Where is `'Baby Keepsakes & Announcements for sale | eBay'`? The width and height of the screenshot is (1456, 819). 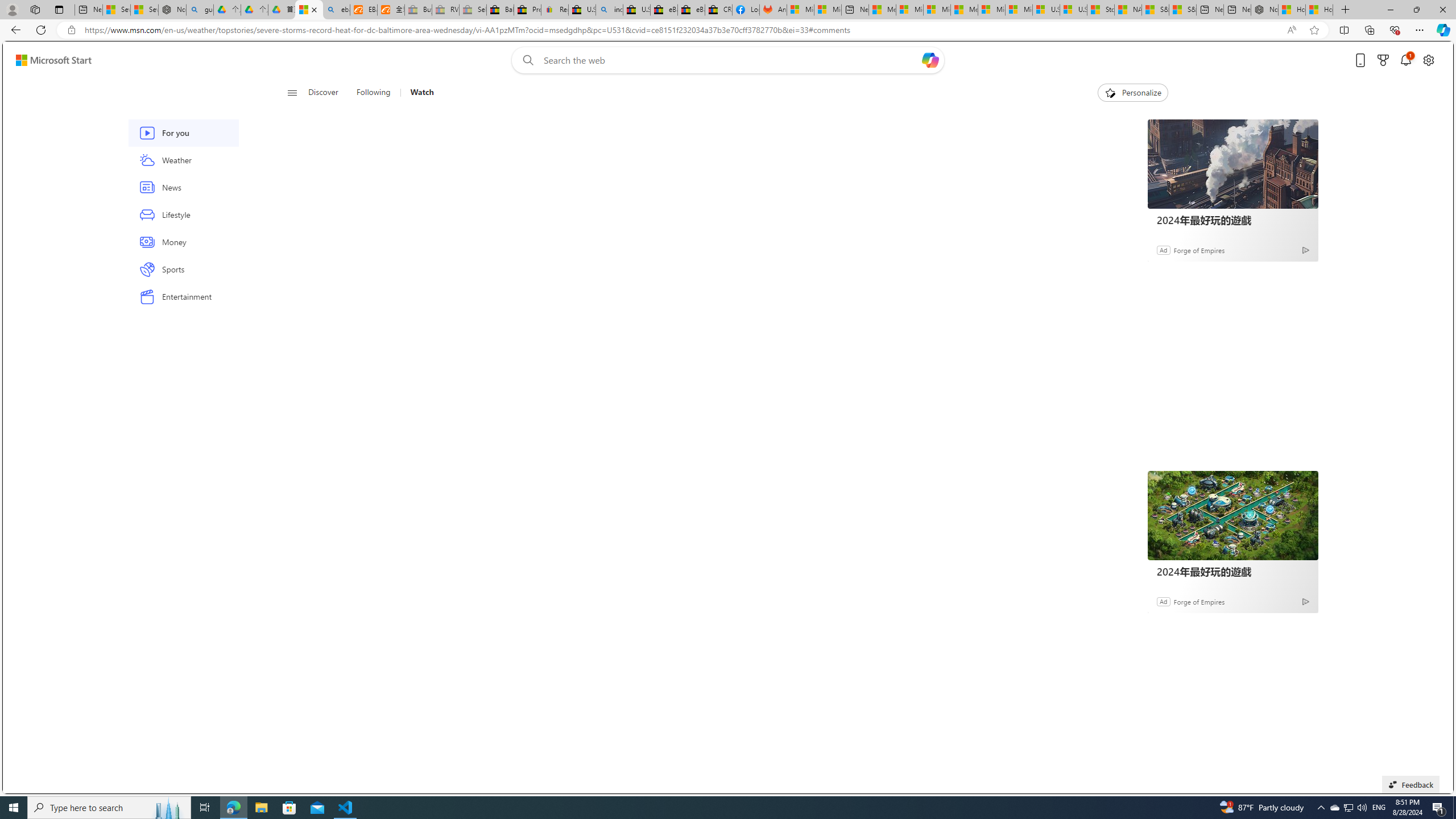 'Baby Keepsakes & Announcements for sale | eBay' is located at coordinates (500, 9).